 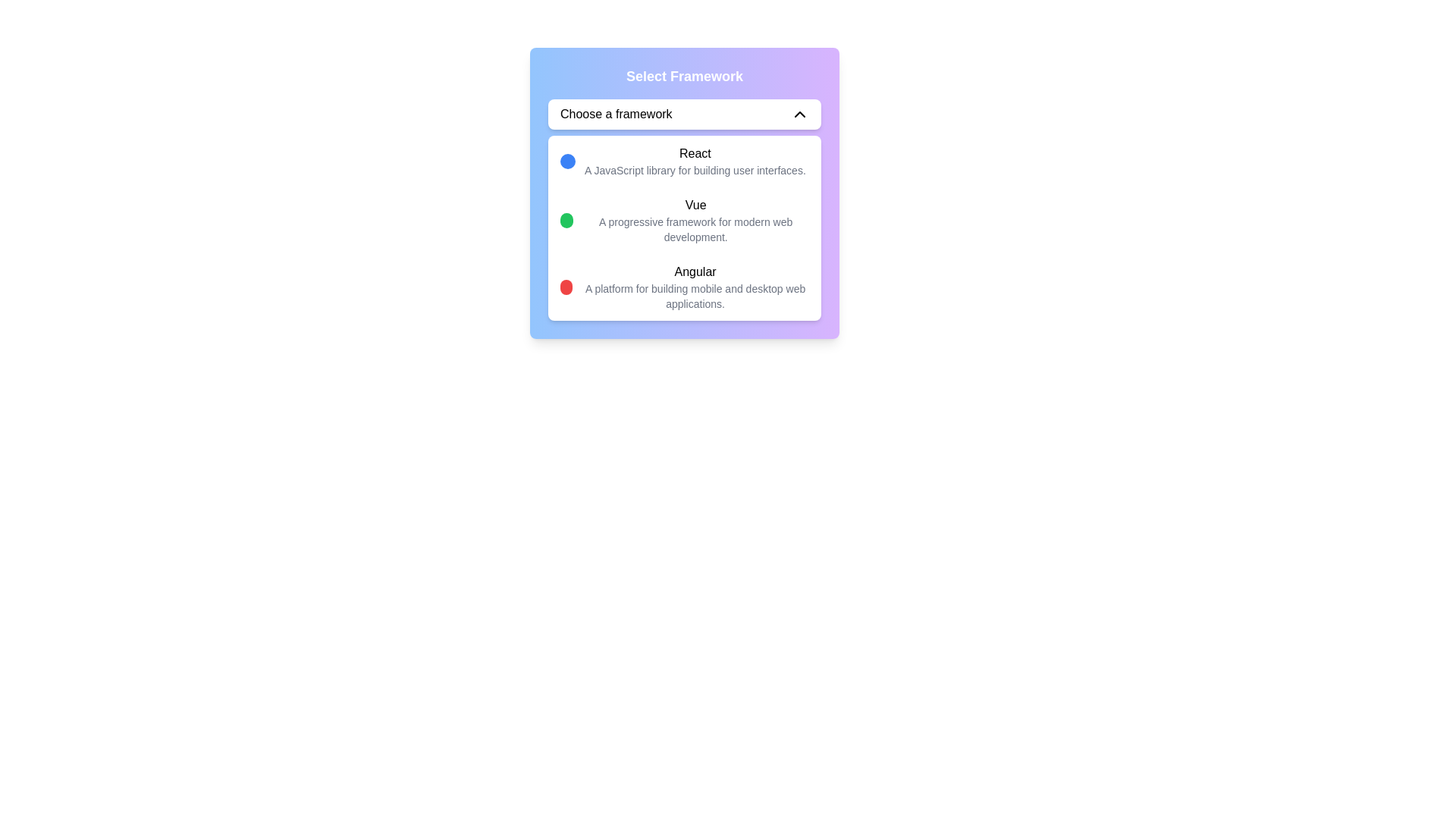 What do you see at coordinates (799, 113) in the screenshot?
I see `the downward-facing chevron icon, which is styled with a black outline and positioned to the far right of the 'Choose a framework' button` at bounding box center [799, 113].